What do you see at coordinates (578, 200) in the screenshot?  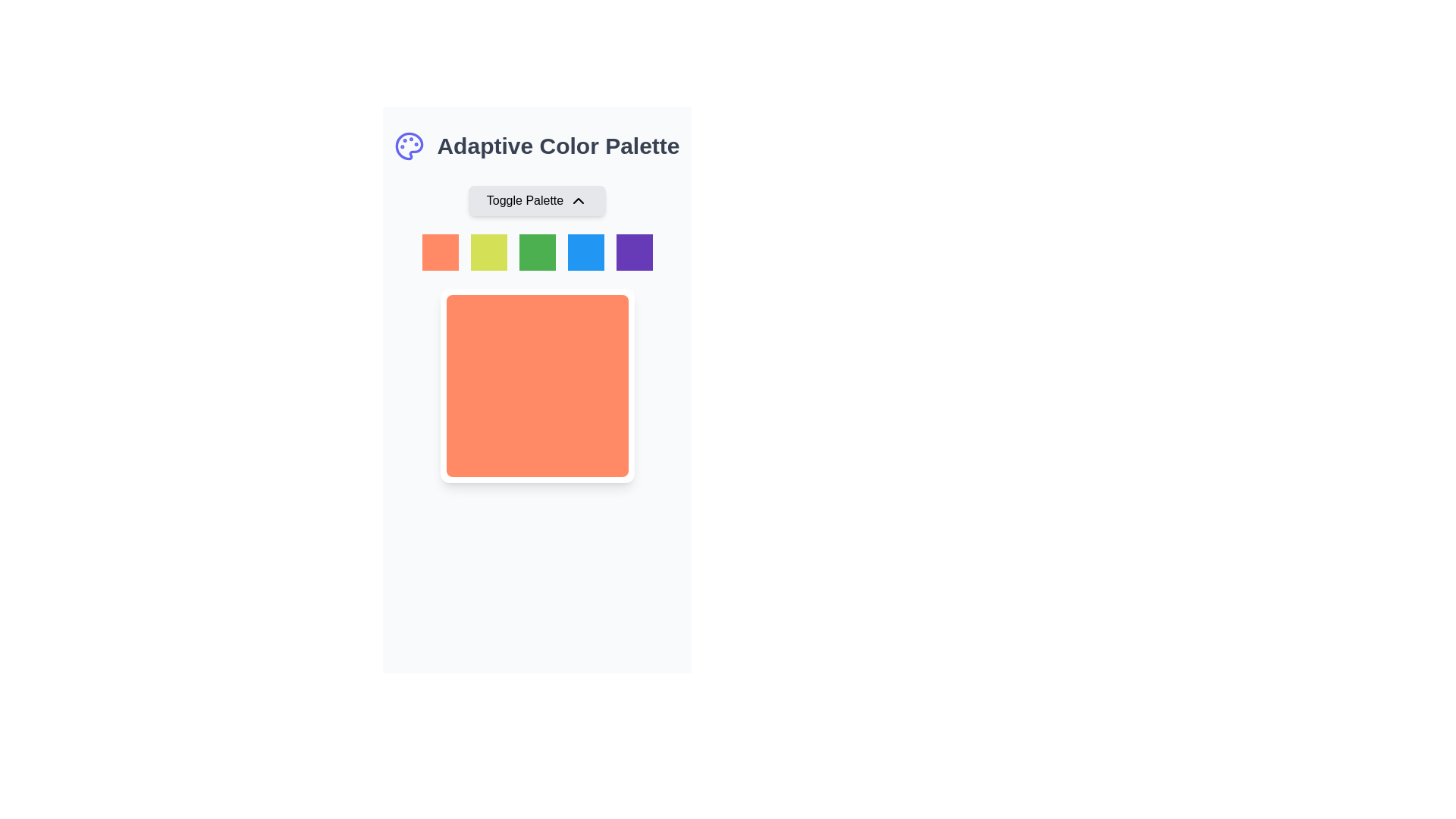 I see `the chevron icon that indicates collapsing or expanding the 'Toggle Palette' section, located adjacent to the right edge of the 'Toggle Palette' text` at bounding box center [578, 200].